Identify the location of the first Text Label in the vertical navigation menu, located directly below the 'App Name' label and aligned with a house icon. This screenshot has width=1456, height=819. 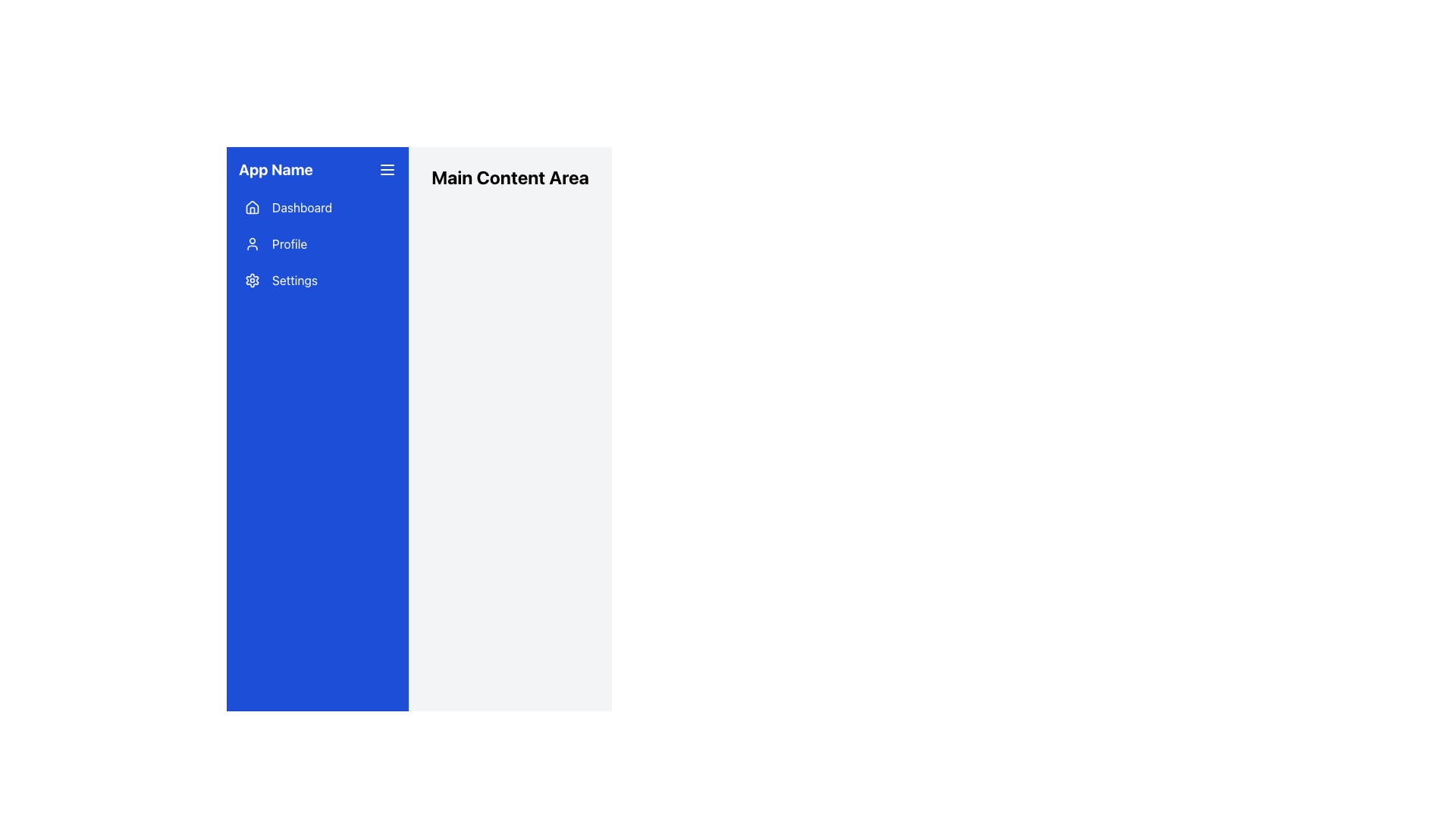
(302, 207).